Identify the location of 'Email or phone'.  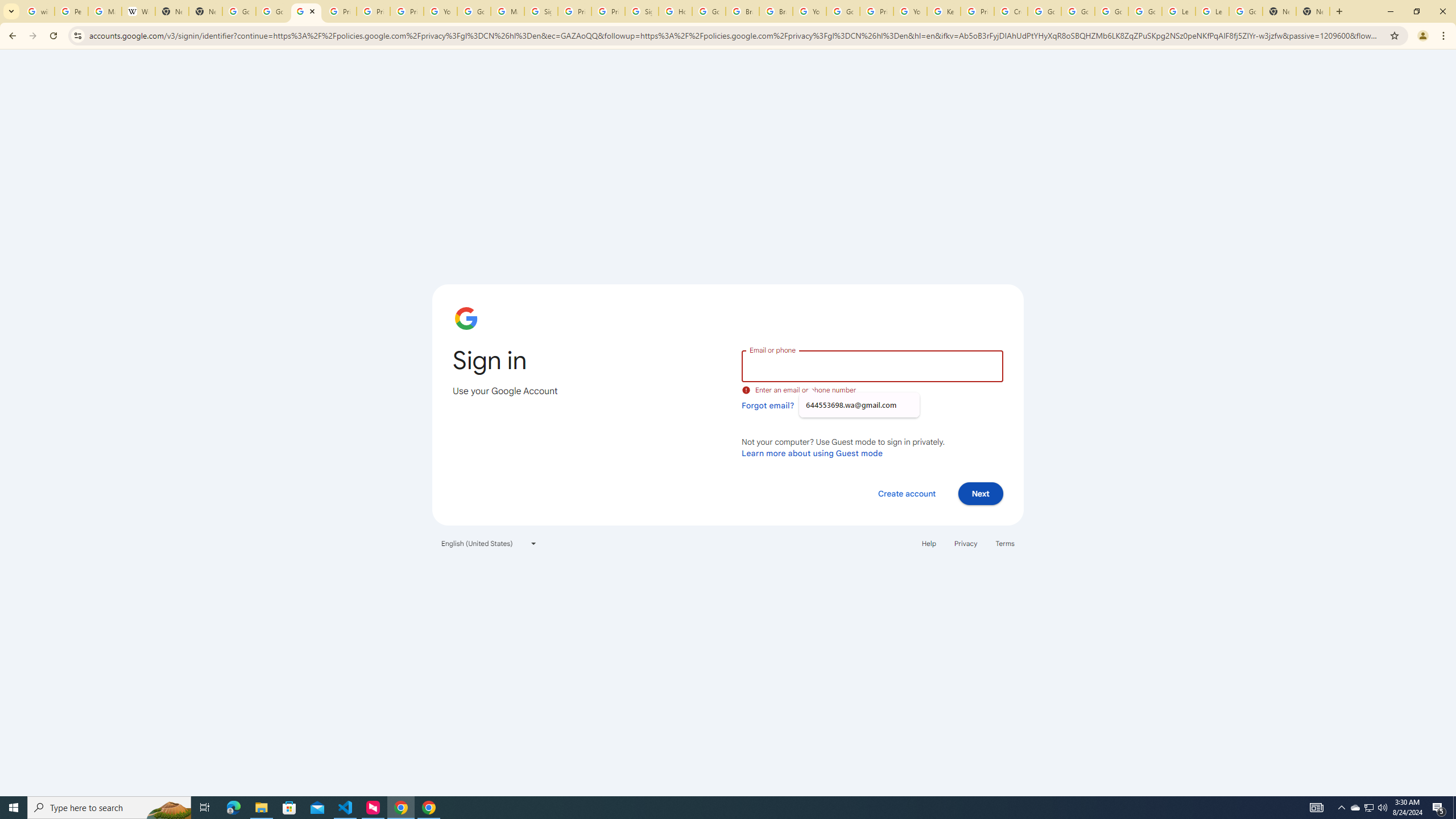
(871, 365).